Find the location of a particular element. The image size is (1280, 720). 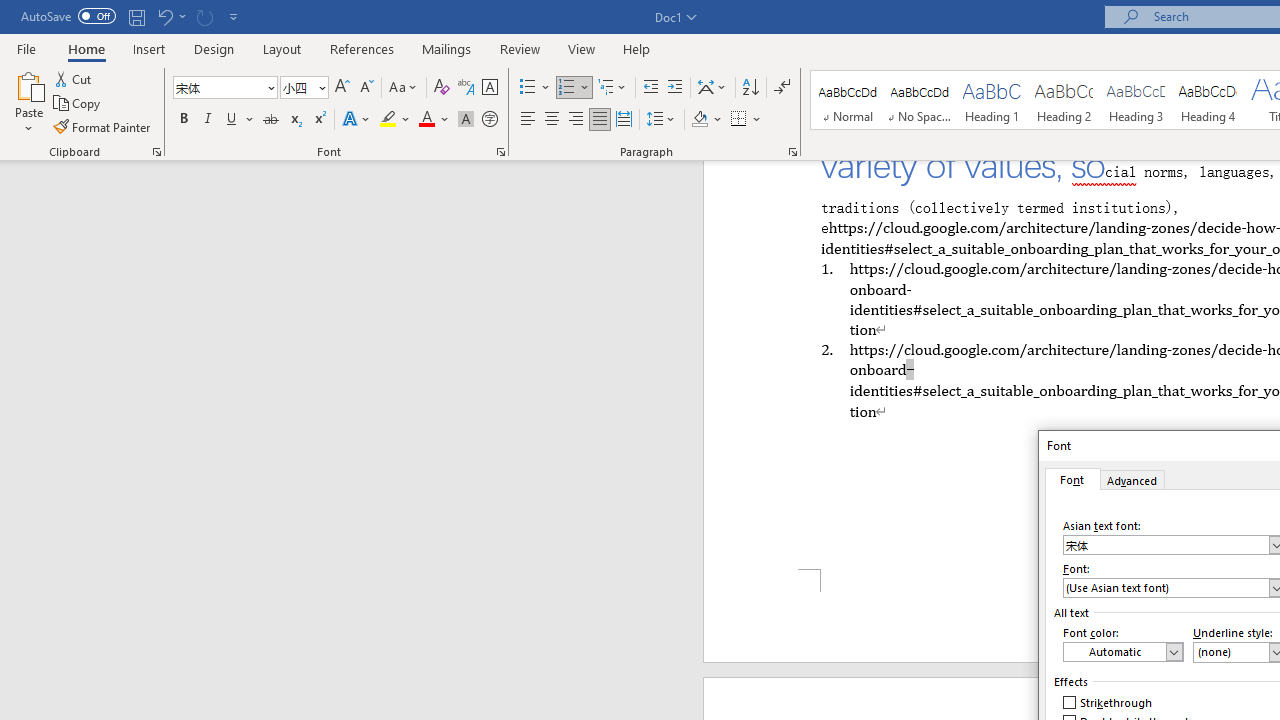

'Distributed' is located at coordinates (623, 119).